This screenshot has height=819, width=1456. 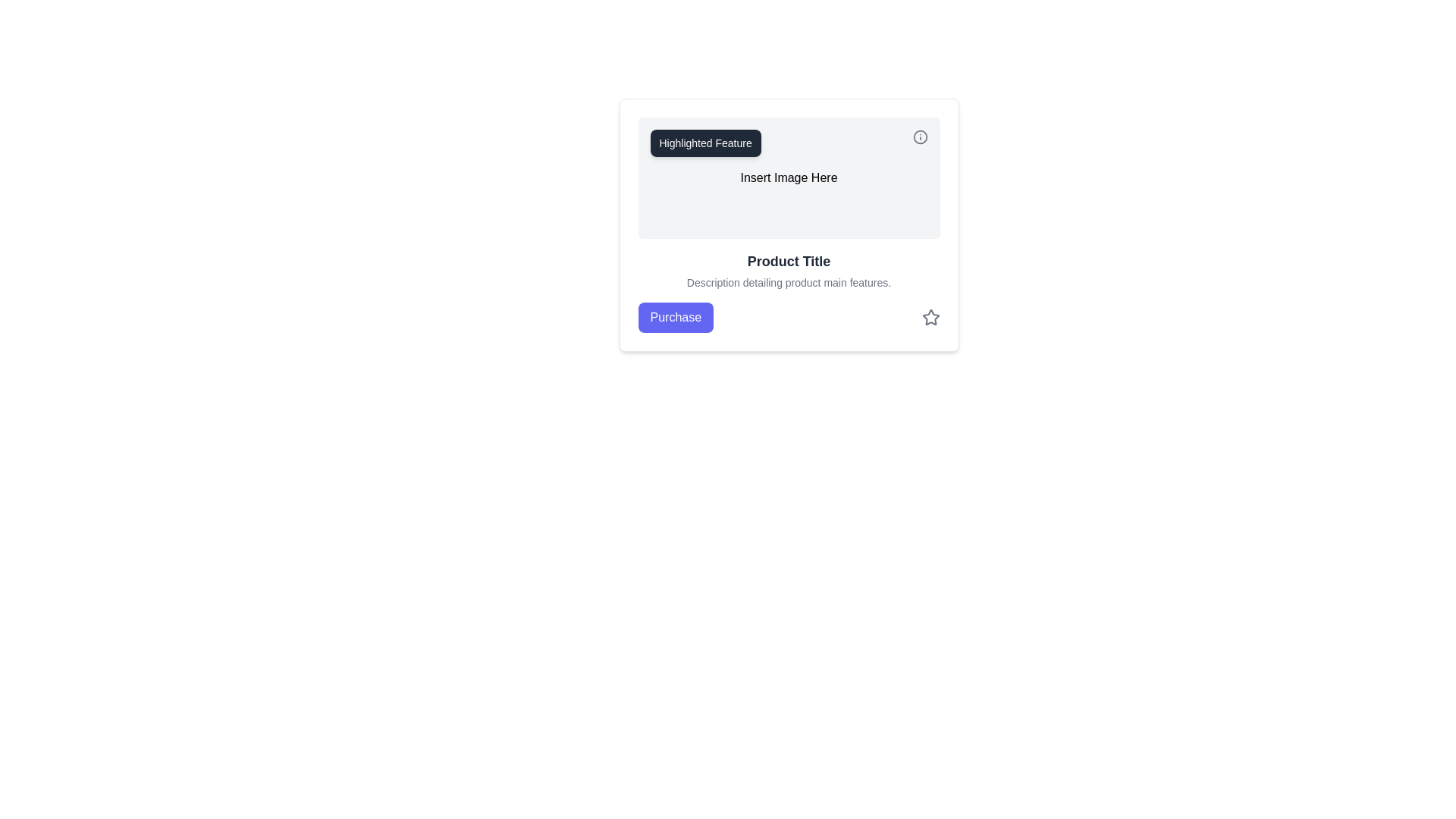 What do you see at coordinates (704, 143) in the screenshot?
I see `the small rectangular label with rounded corners and a dark gray background that contains the white text 'Highlighted Feature'` at bounding box center [704, 143].